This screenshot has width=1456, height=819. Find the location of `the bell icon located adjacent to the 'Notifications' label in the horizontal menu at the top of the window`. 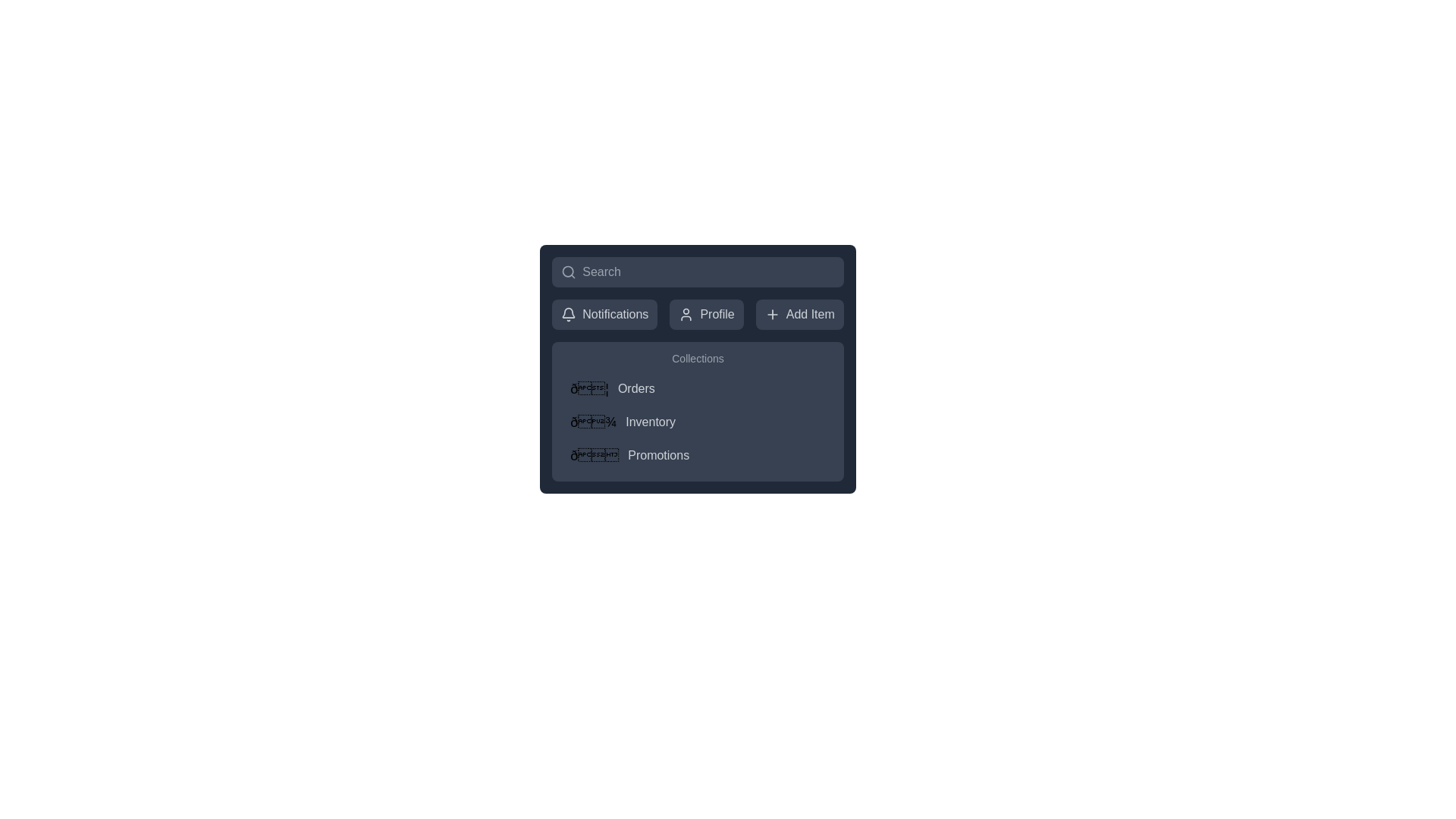

the bell icon located adjacent to the 'Notifications' label in the horizontal menu at the top of the window is located at coordinates (568, 314).